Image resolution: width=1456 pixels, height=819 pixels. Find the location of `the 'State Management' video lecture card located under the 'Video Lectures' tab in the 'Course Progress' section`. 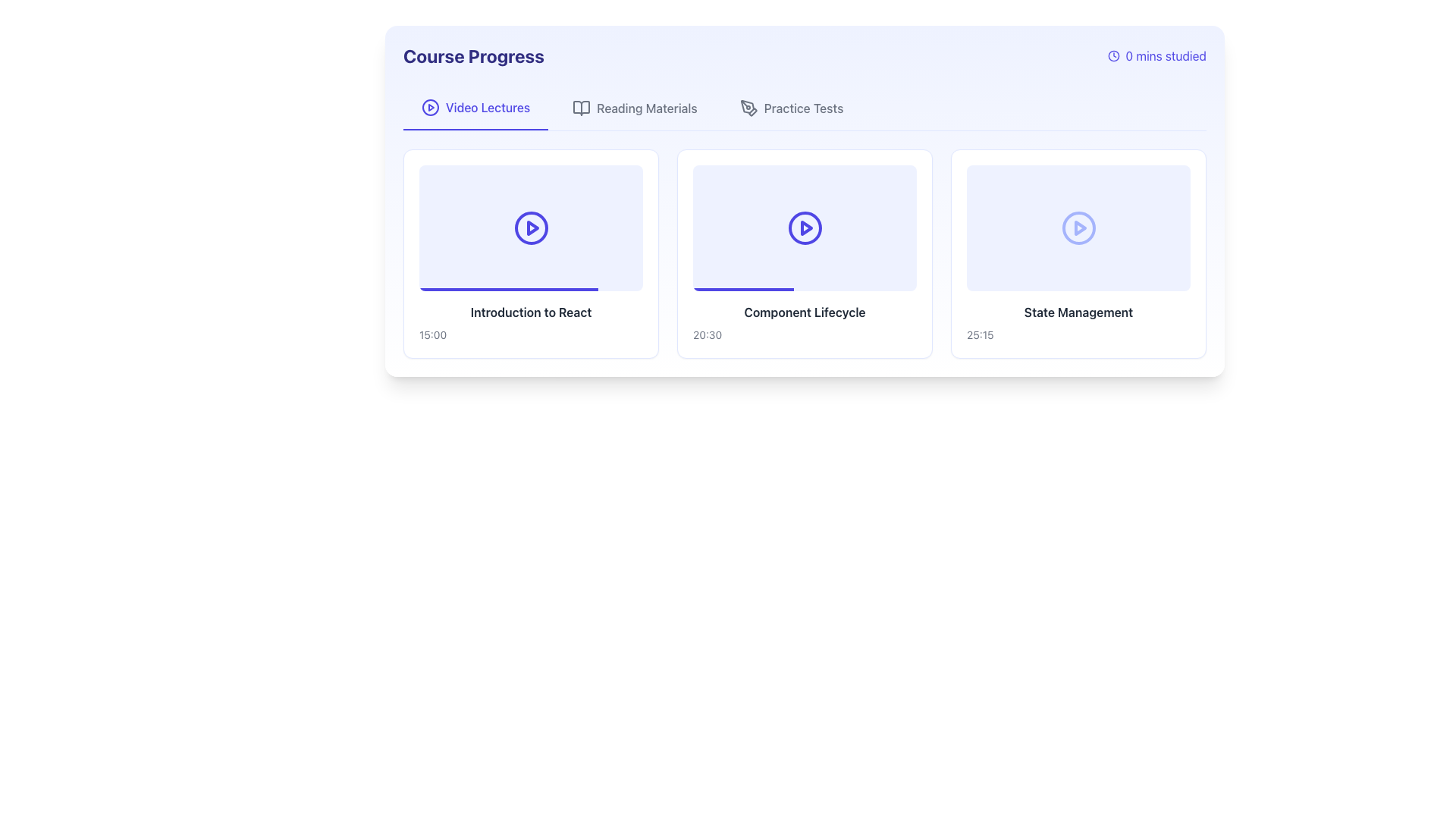

the 'State Management' video lecture card located under the 'Video Lectures' tab in the 'Course Progress' section is located at coordinates (1078, 253).